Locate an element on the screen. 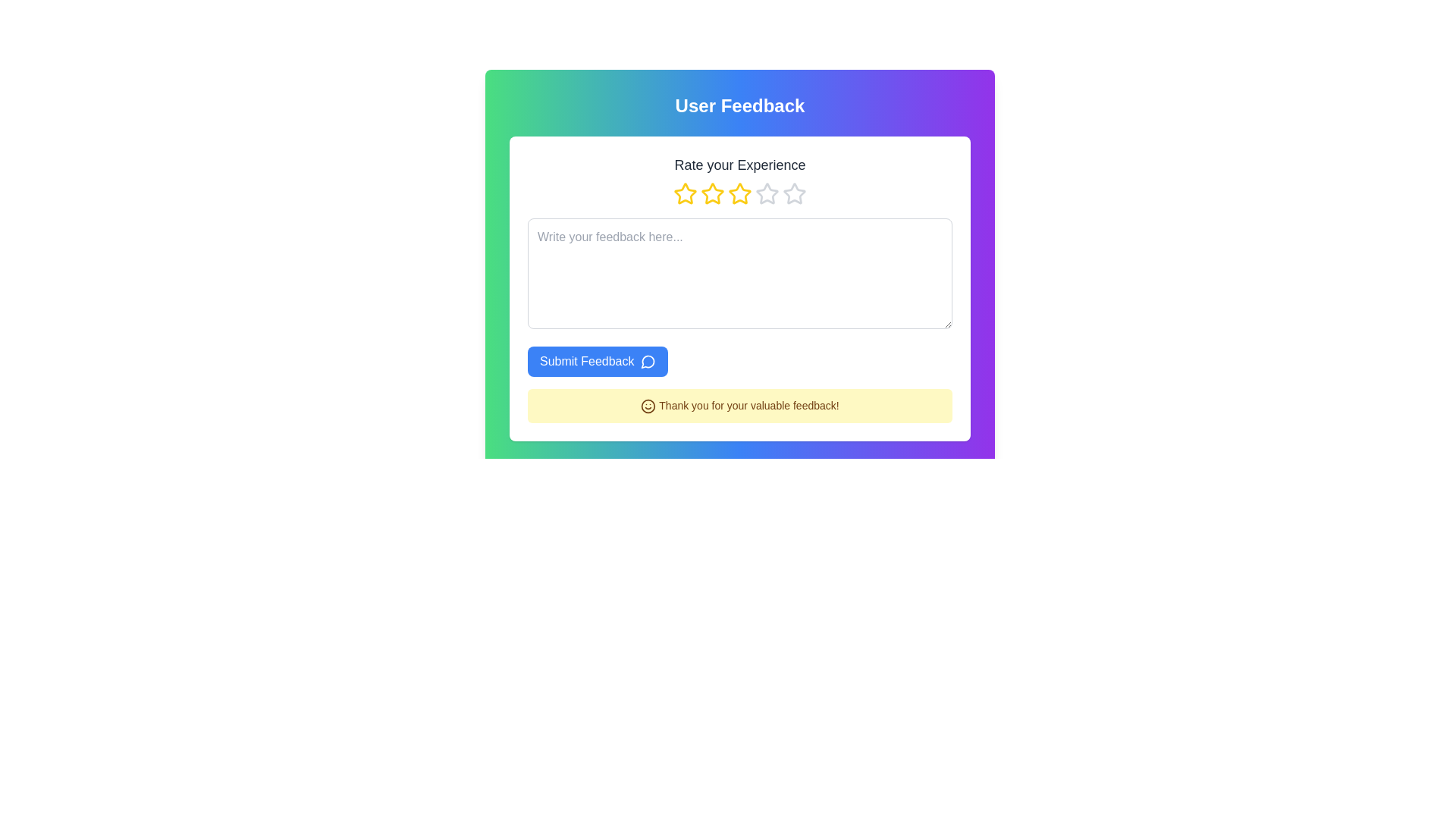  the Informational Message displaying 'Thank you for your valuable feedback!' with a smiling emoji, which is styled with a light yellow background and rounded borders, located below the 'Submit Feedback' button is located at coordinates (739, 405).